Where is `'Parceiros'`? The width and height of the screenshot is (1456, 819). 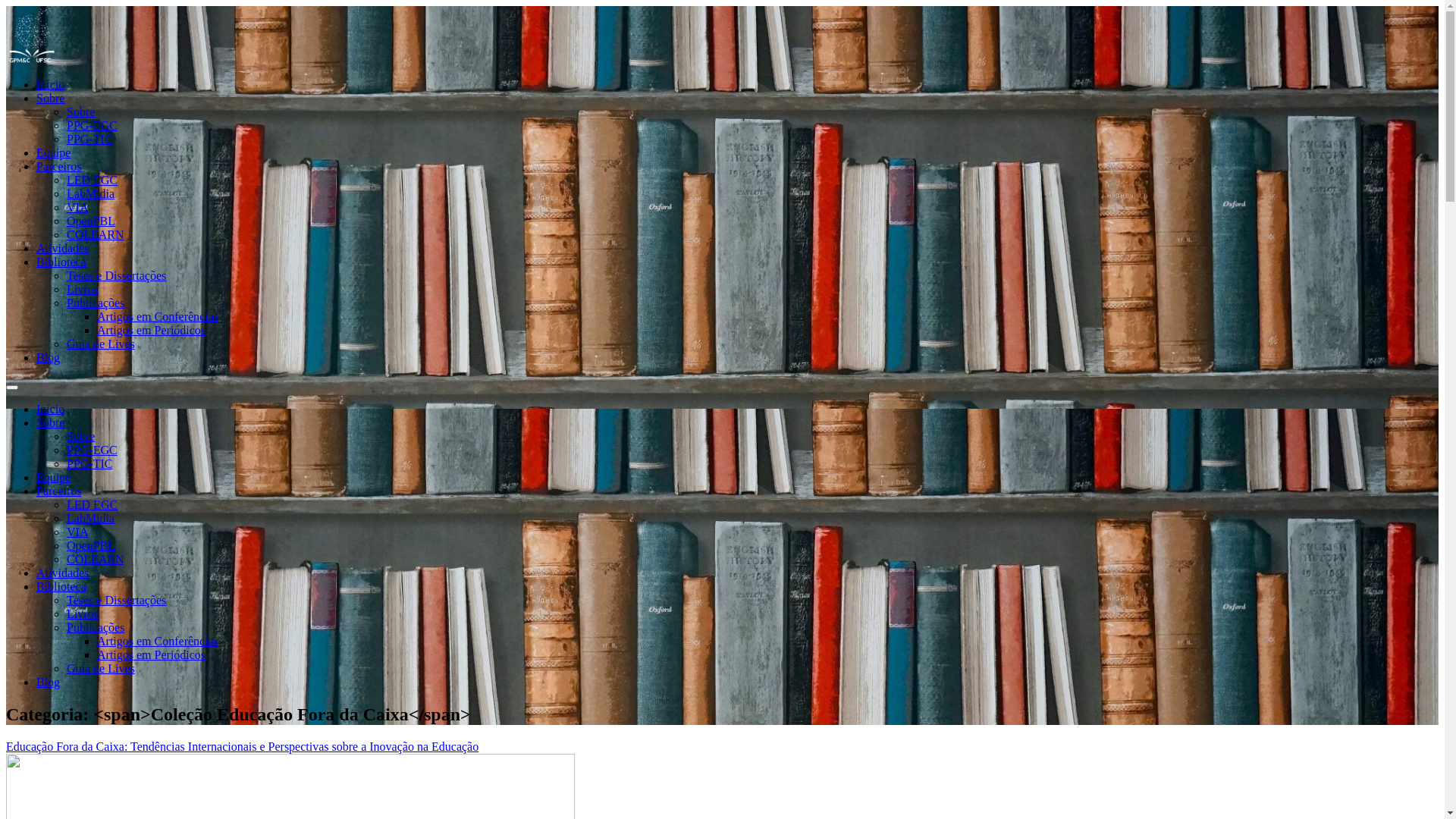
'Parceiros' is located at coordinates (58, 491).